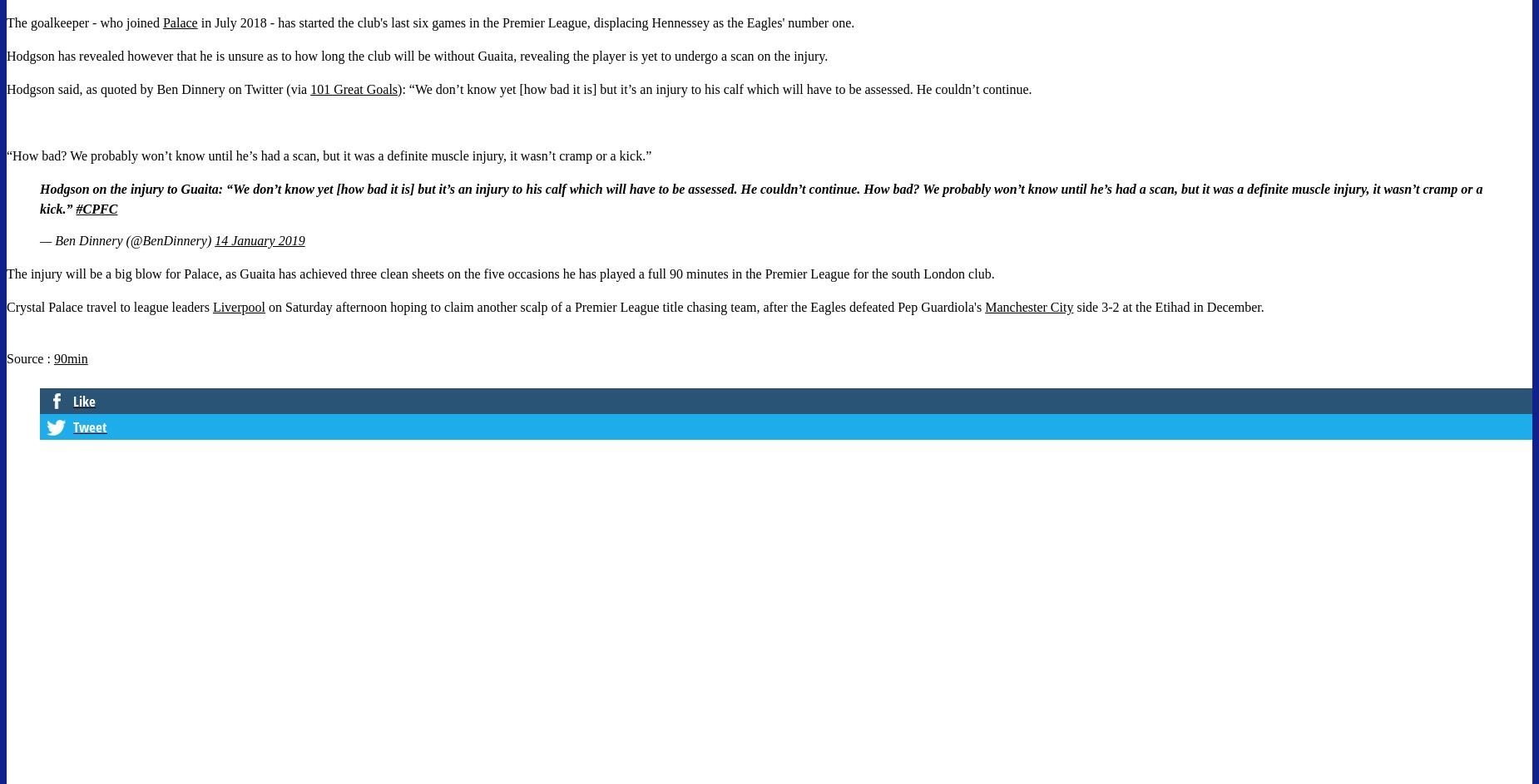 The image size is (1539, 784). I want to click on 'Tweet', so click(89, 426).